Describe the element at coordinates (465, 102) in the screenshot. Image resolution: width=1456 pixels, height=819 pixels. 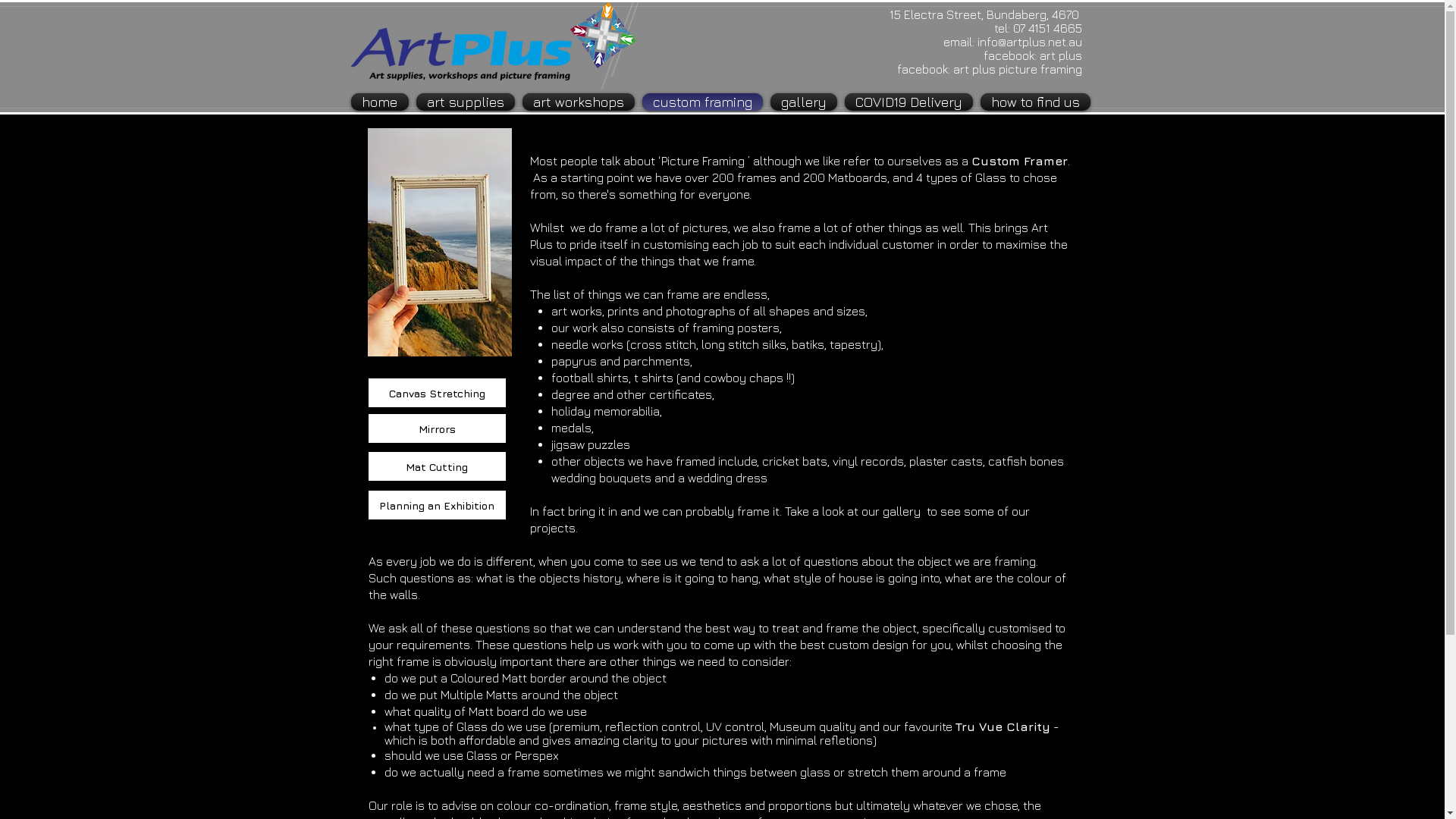
I see `'art supplies'` at that location.